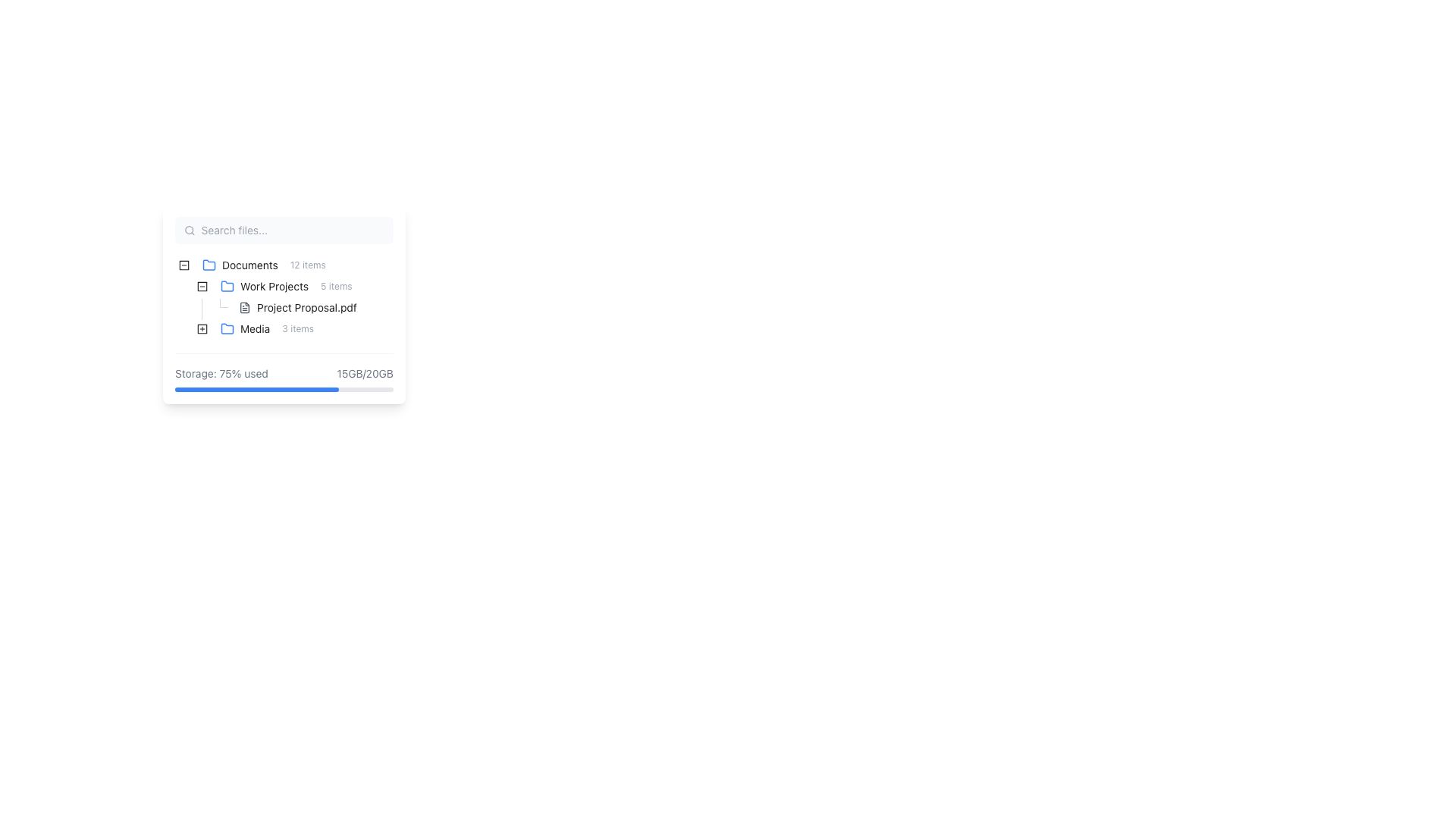 The image size is (1456, 819). I want to click on the 'Media' folder label located under 'Work Projects', so click(267, 328).